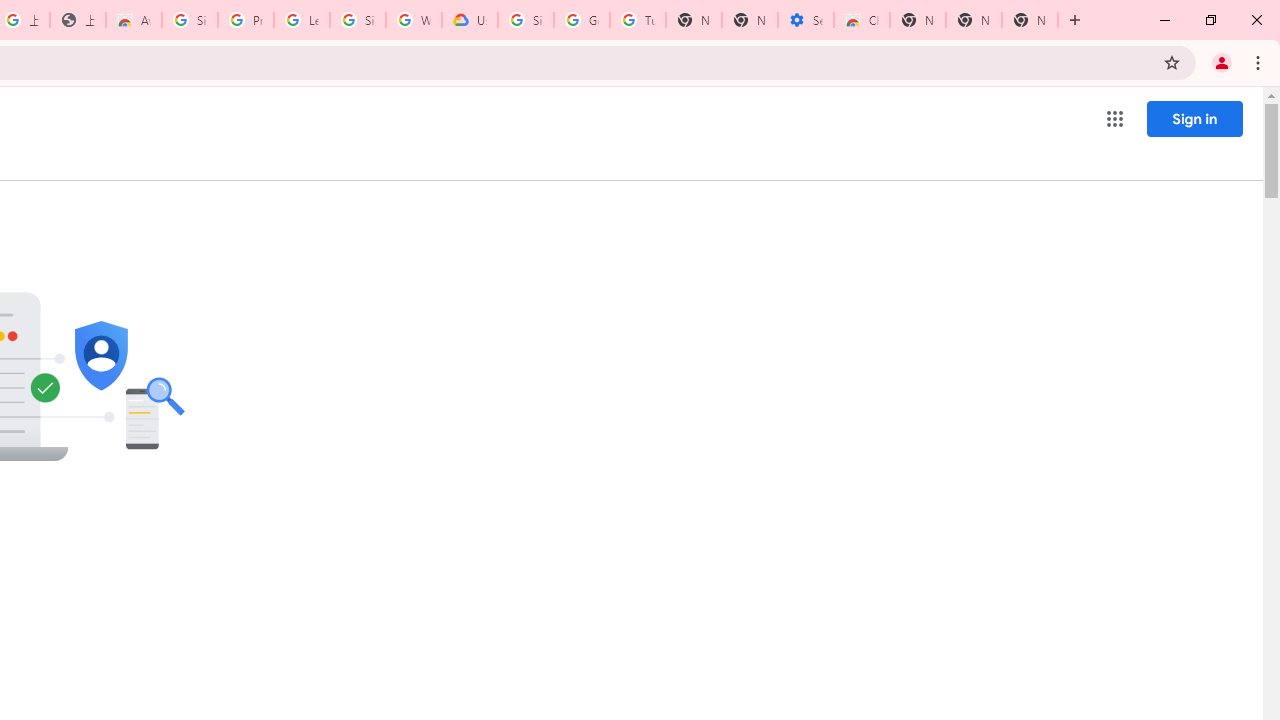 Image resolution: width=1280 pixels, height=720 pixels. What do you see at coordinates (133, 20) in the screenshot?
I see `'Awesome Screen Recorder & Screenshot - Chrome Web Store'` at bounding box center [133, 20].